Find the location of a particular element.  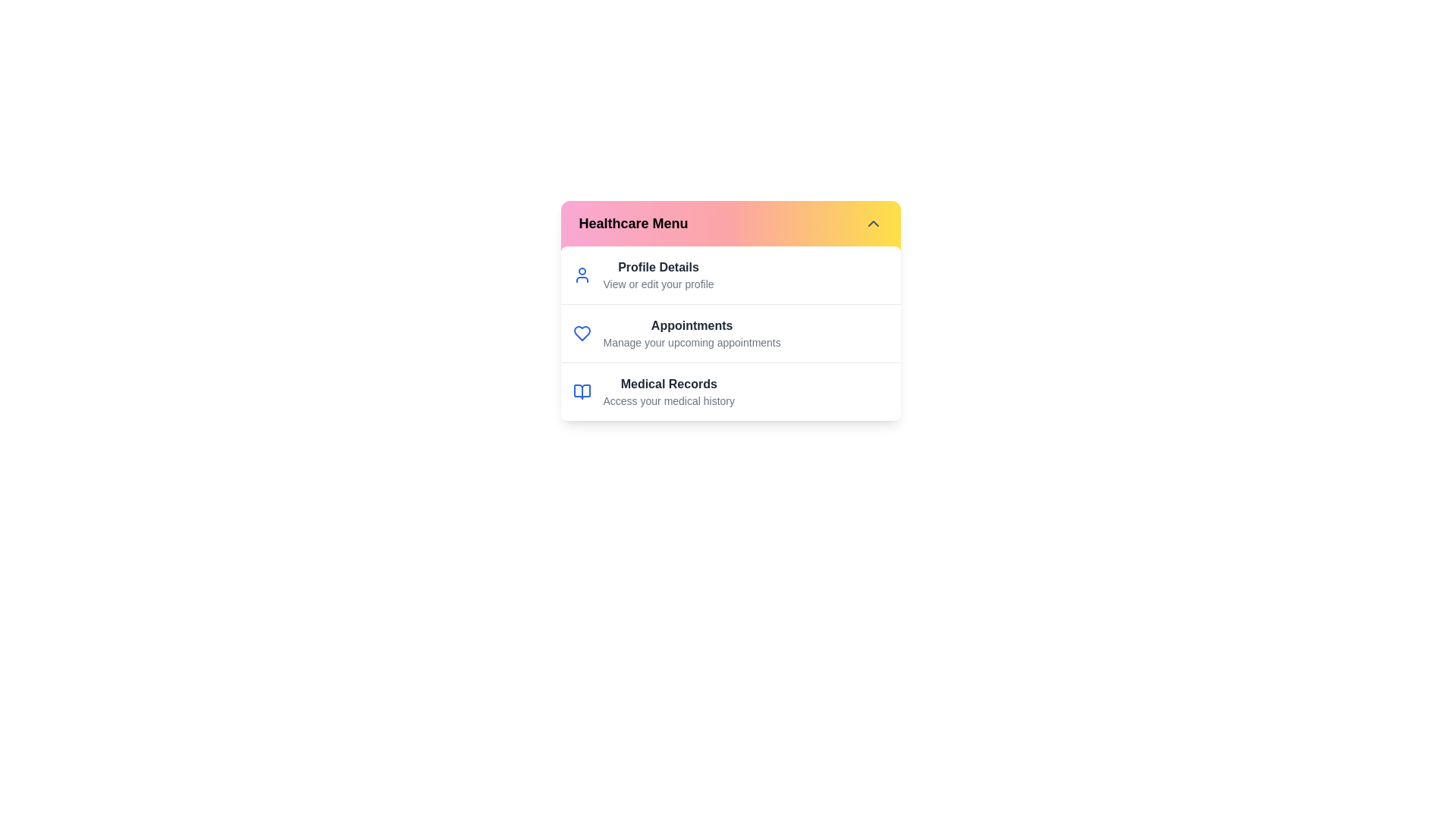

the menu option Profile Details from the Healthcare Menu is located at coordinates (658, 267).